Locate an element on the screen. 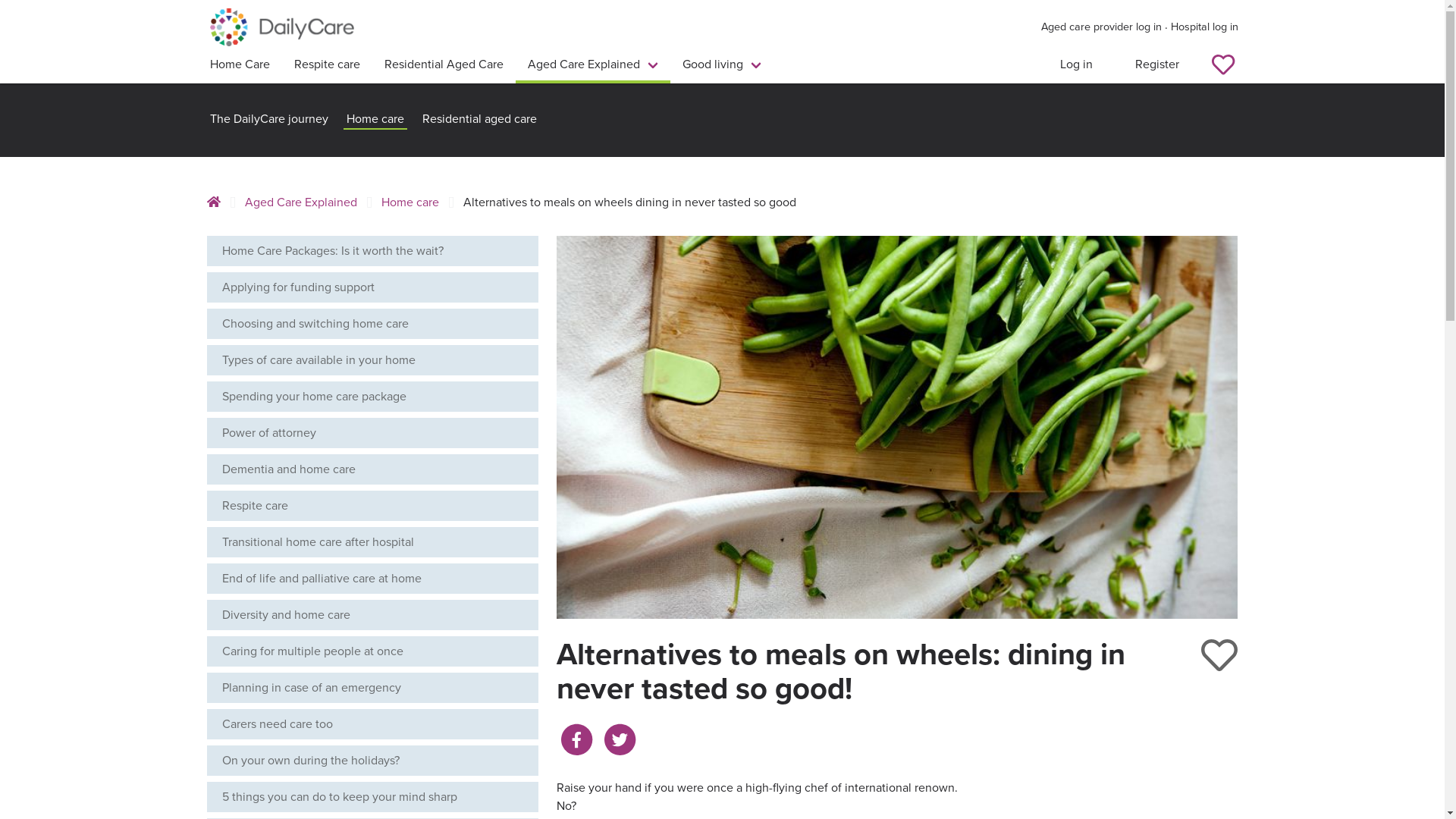  'Hospital log in' is located at coordinates (1203, 27).